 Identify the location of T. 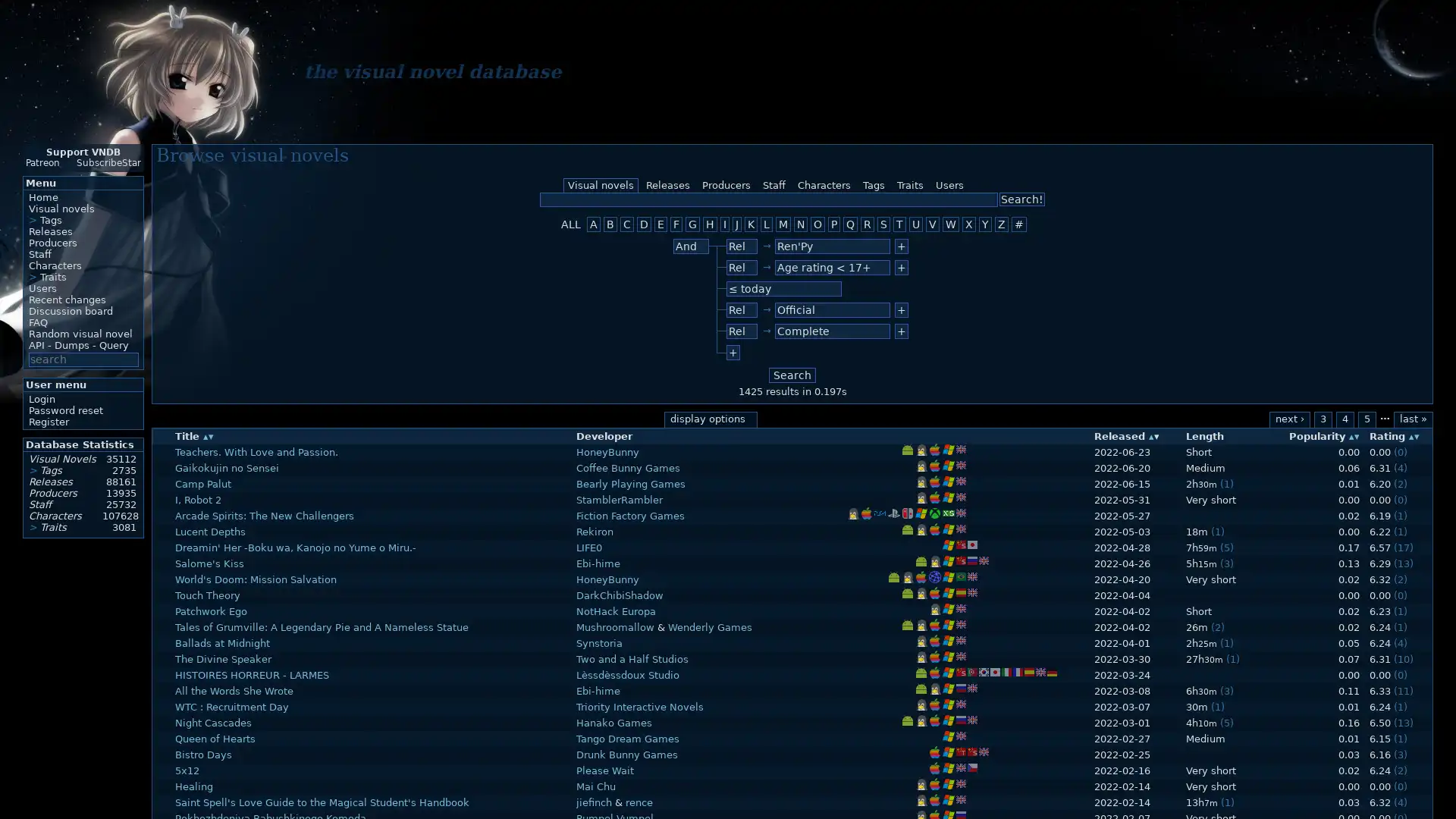
(899, 224).